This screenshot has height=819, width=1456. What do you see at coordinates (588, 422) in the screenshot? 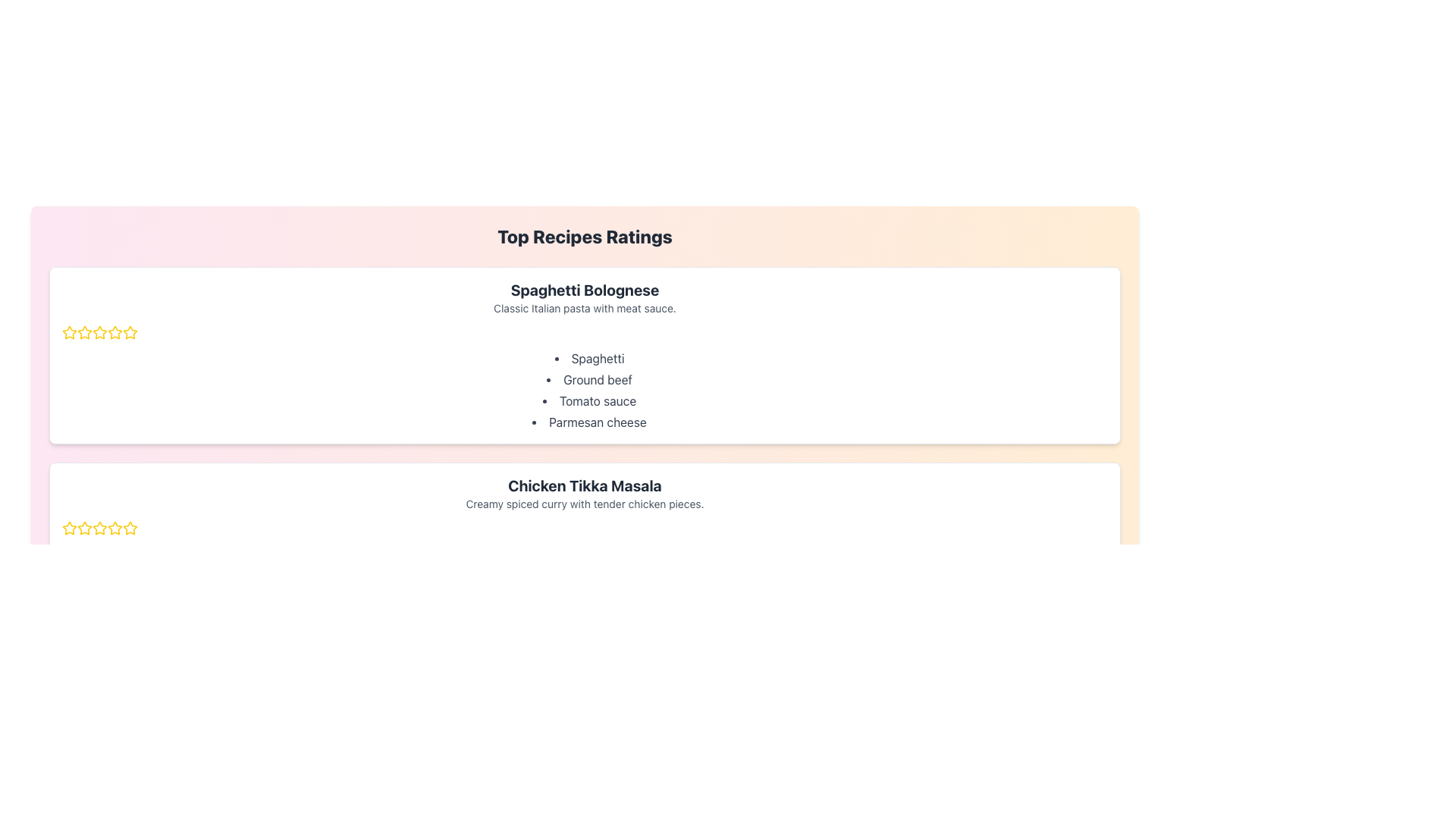
I see `information from the list item labeled 'Parmesan cheese' which is the fourth item in the bulleted list under the heading 'Spaghetti Bolognese'` at bounding box center [588, 422].